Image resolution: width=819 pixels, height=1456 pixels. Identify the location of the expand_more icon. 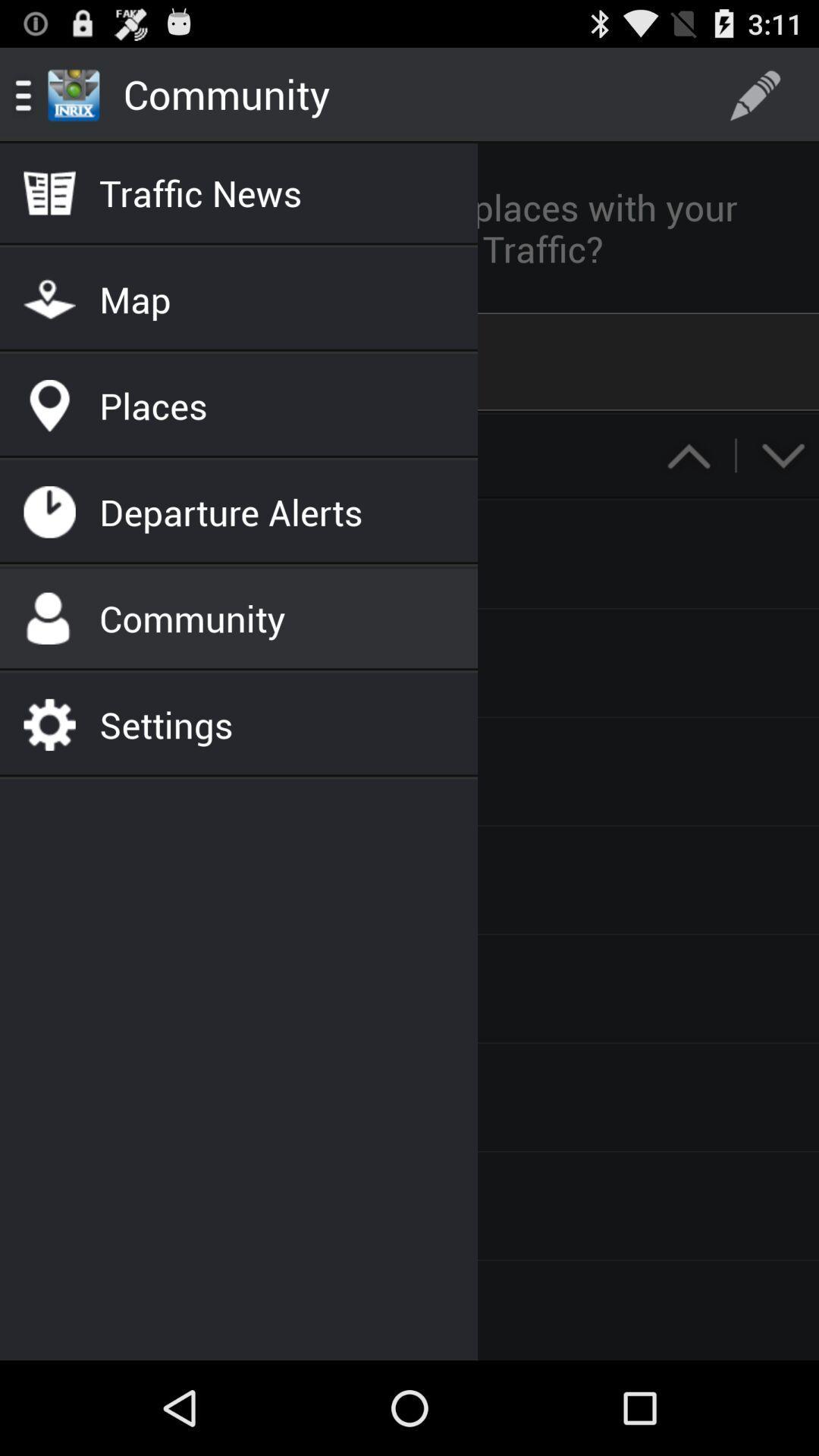
(783, 488).